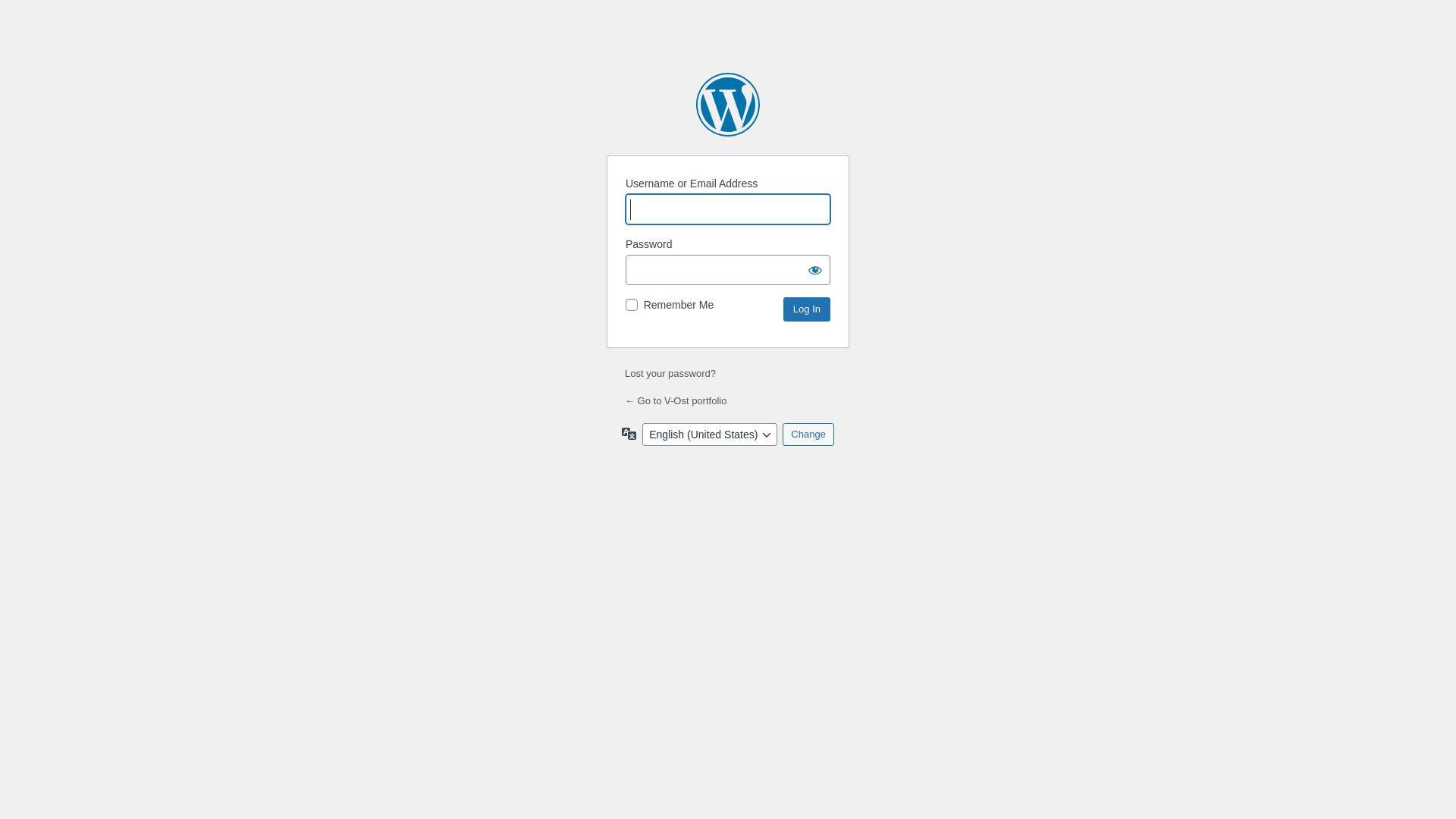 This screenshot has height=819, width=1456. What do you see at coordinates (728, 104) in the screenshot?
I see `'Powered by WordPress'` at bounding box center [728, 104].